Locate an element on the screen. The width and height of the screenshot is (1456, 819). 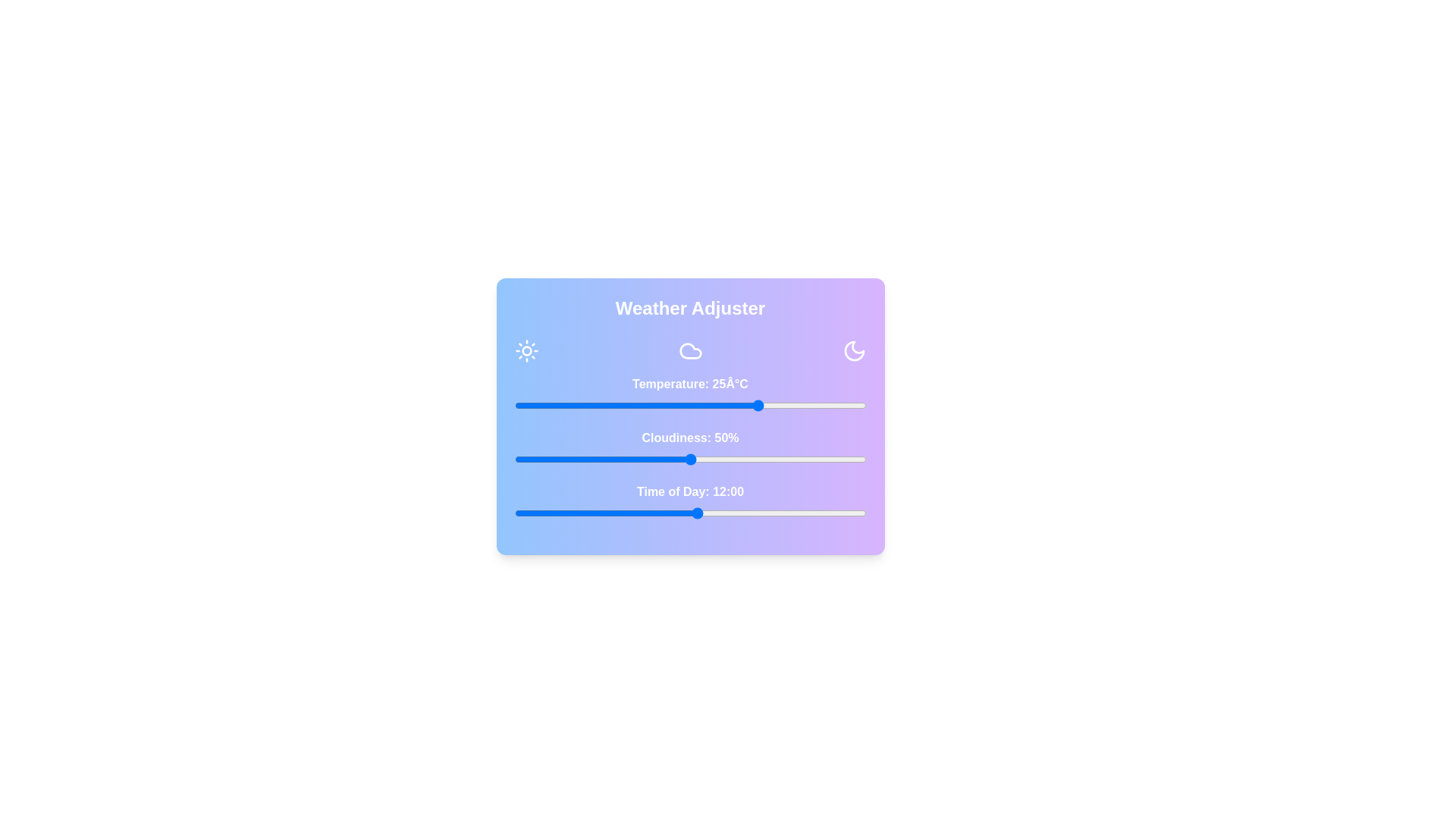
the time of day is located at coordinates (819, 513).